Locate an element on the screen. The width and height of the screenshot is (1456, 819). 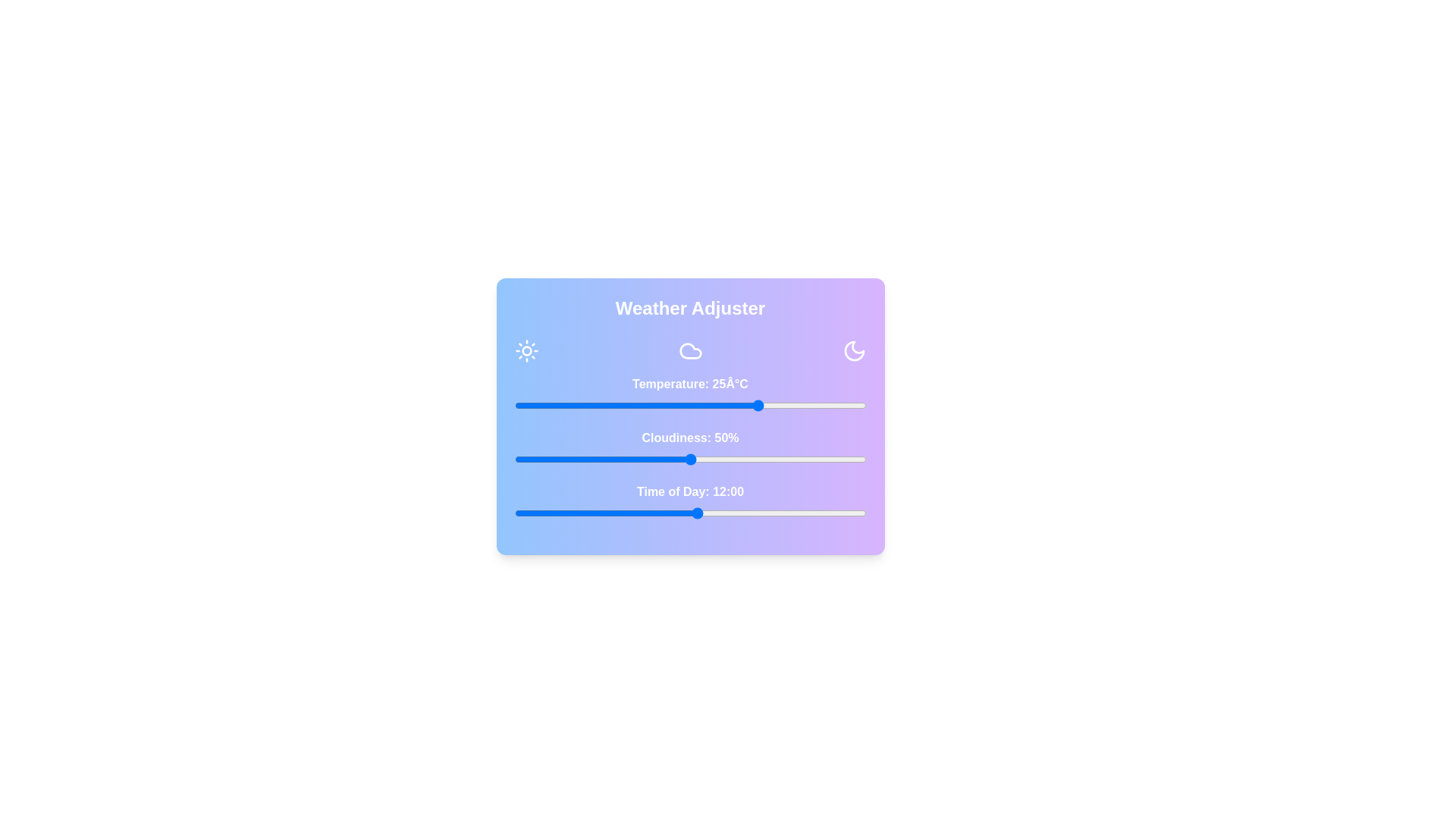
the time of day is located at coordinates (819, 513).